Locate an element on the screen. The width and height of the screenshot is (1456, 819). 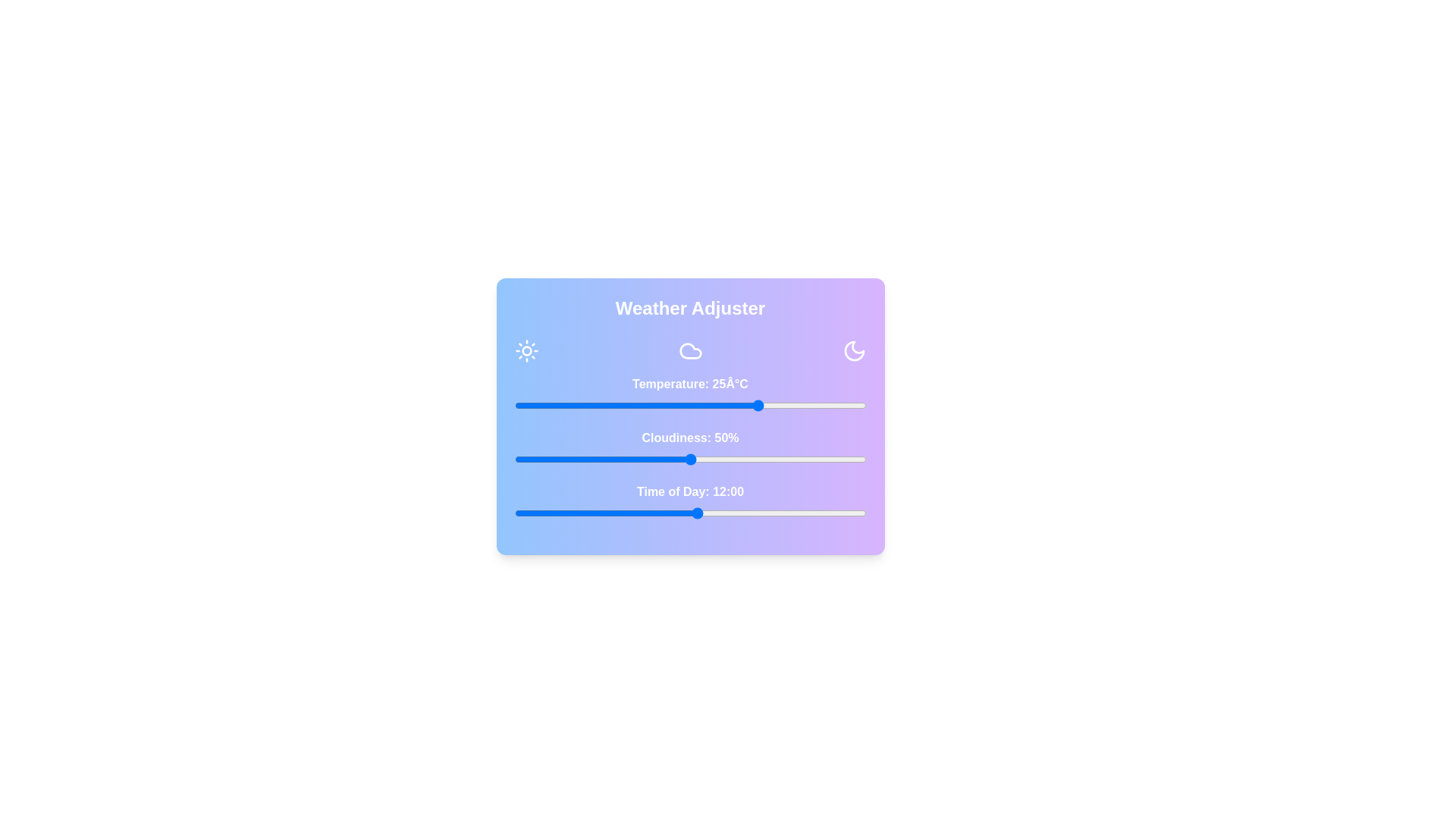
the time of day is located at coordinates (819, 513).